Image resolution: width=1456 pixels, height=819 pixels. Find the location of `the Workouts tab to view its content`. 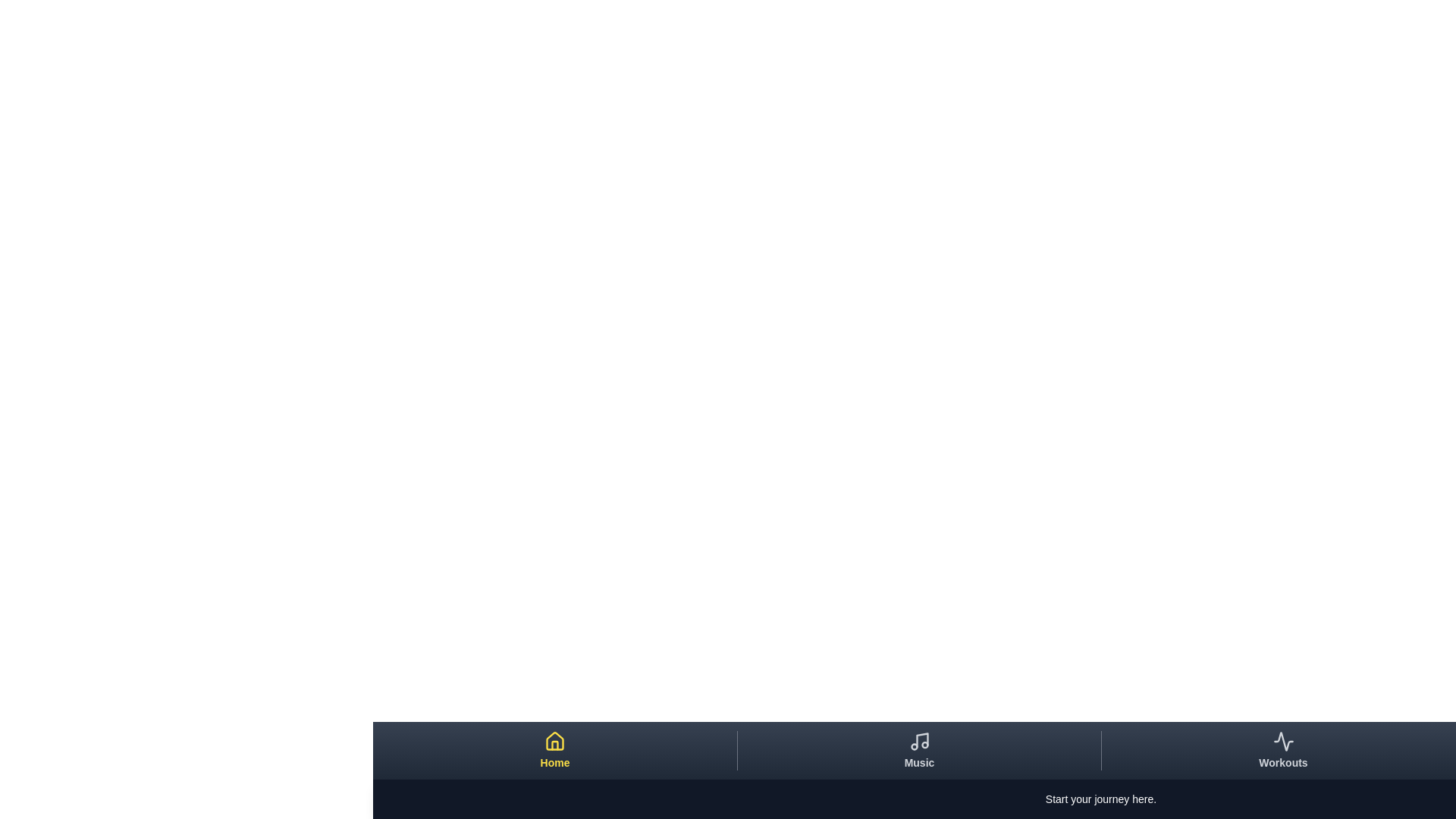

the Workouts tab to view its content is located at coordinates (1282, 751).